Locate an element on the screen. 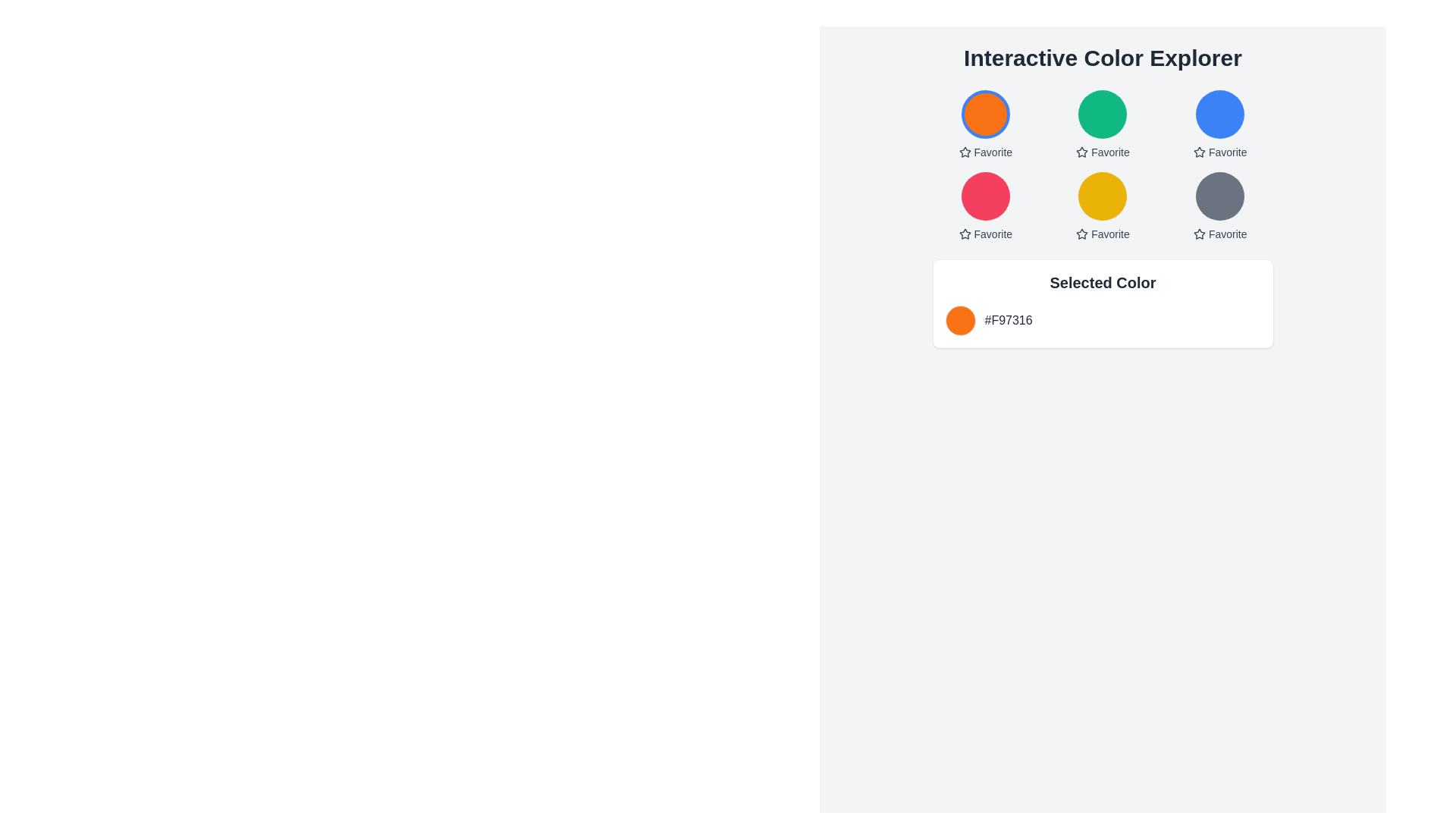 This screenshot has height=819, width=1456. the interactive circle representing a color option located in the fourth row beneath the 'Interactive Color Explorer' title is located at coordinates (1103, 195).